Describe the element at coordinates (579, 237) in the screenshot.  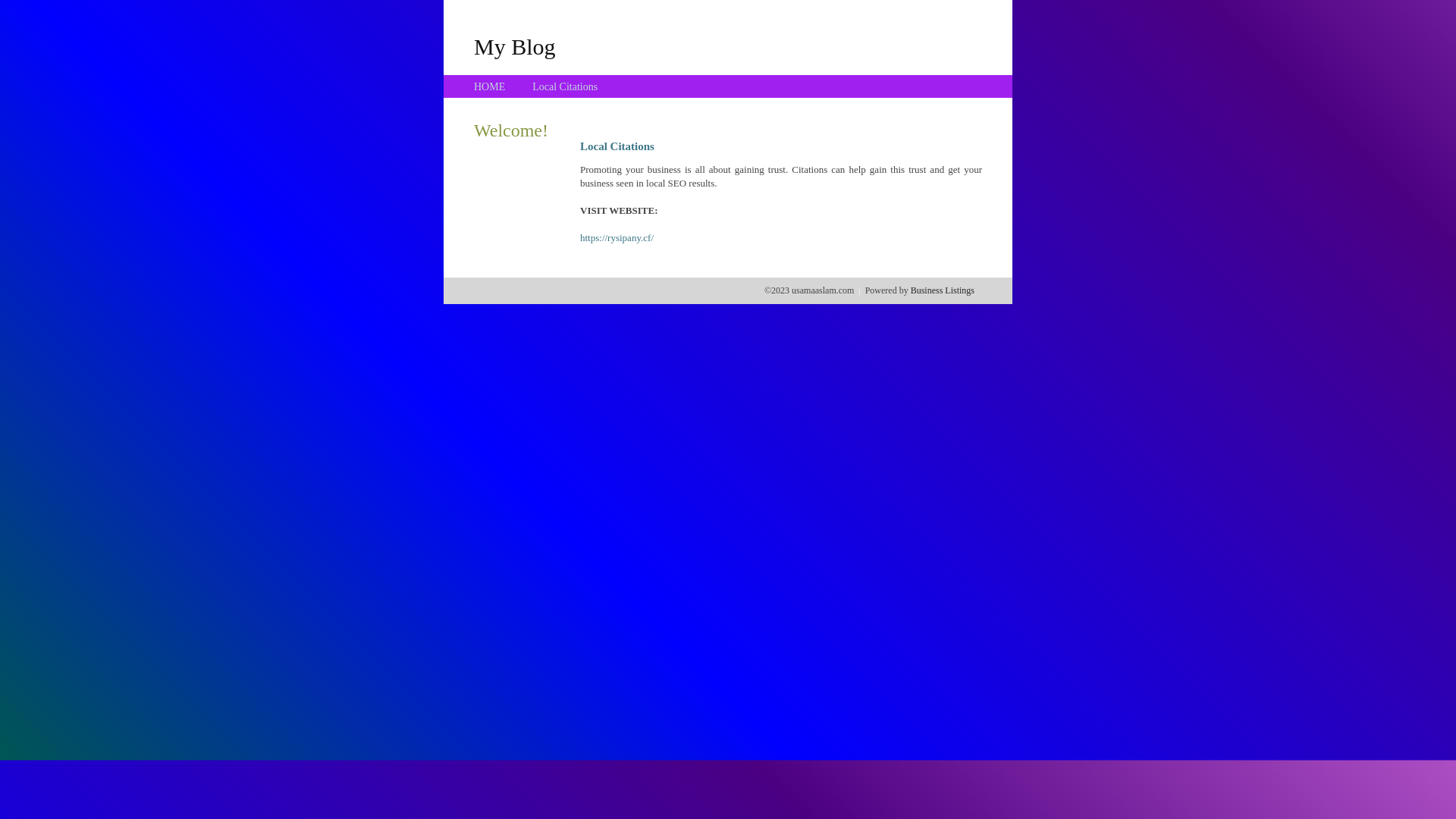
I see `'https://rysipany.cf/'` at that location.